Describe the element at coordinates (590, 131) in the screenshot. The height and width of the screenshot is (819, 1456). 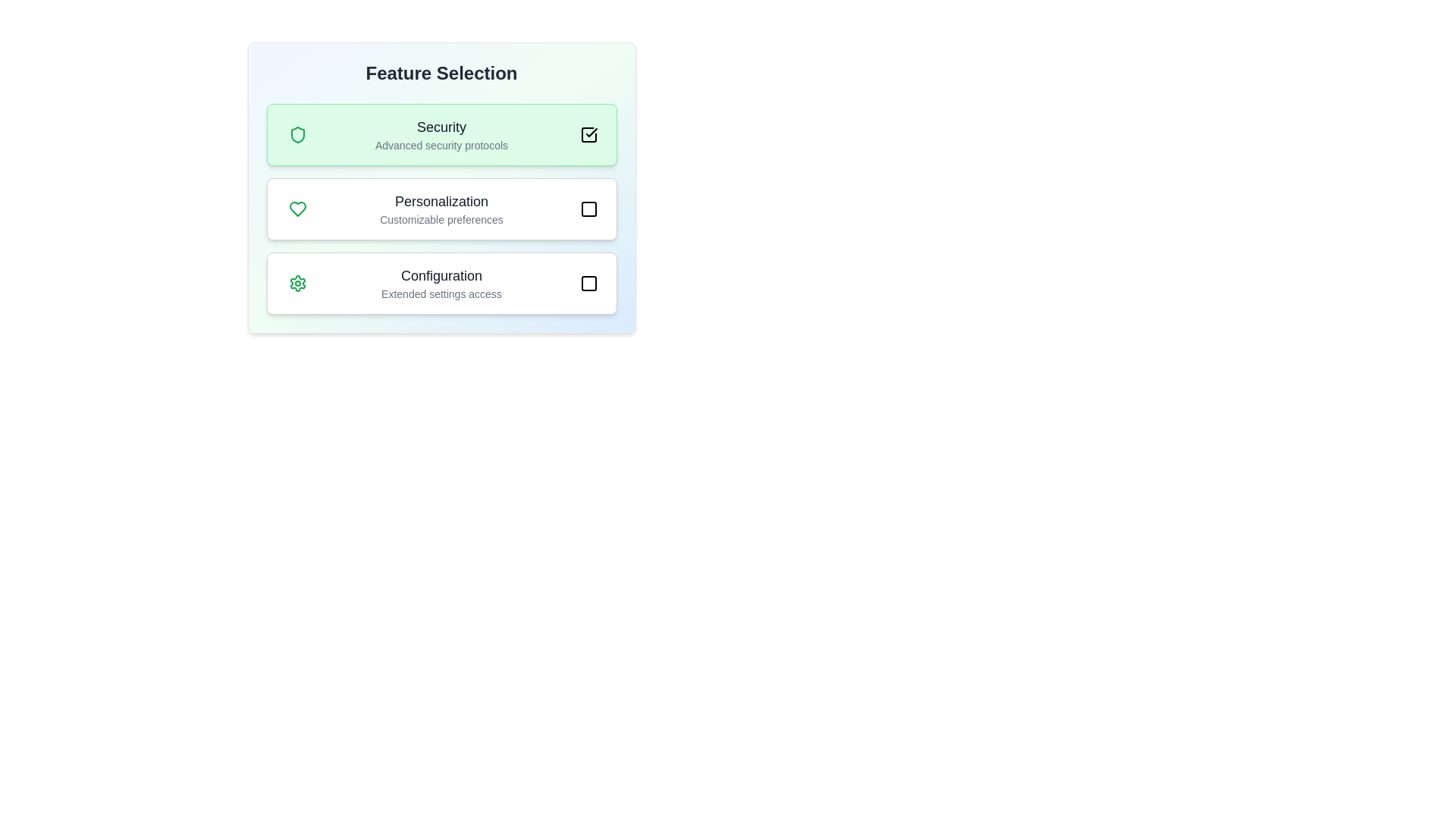
I see `the checkmark icon located at the top-right corner of the highlighted 'Security' interactive box, which indicates a successful operation or selected state` at that location.